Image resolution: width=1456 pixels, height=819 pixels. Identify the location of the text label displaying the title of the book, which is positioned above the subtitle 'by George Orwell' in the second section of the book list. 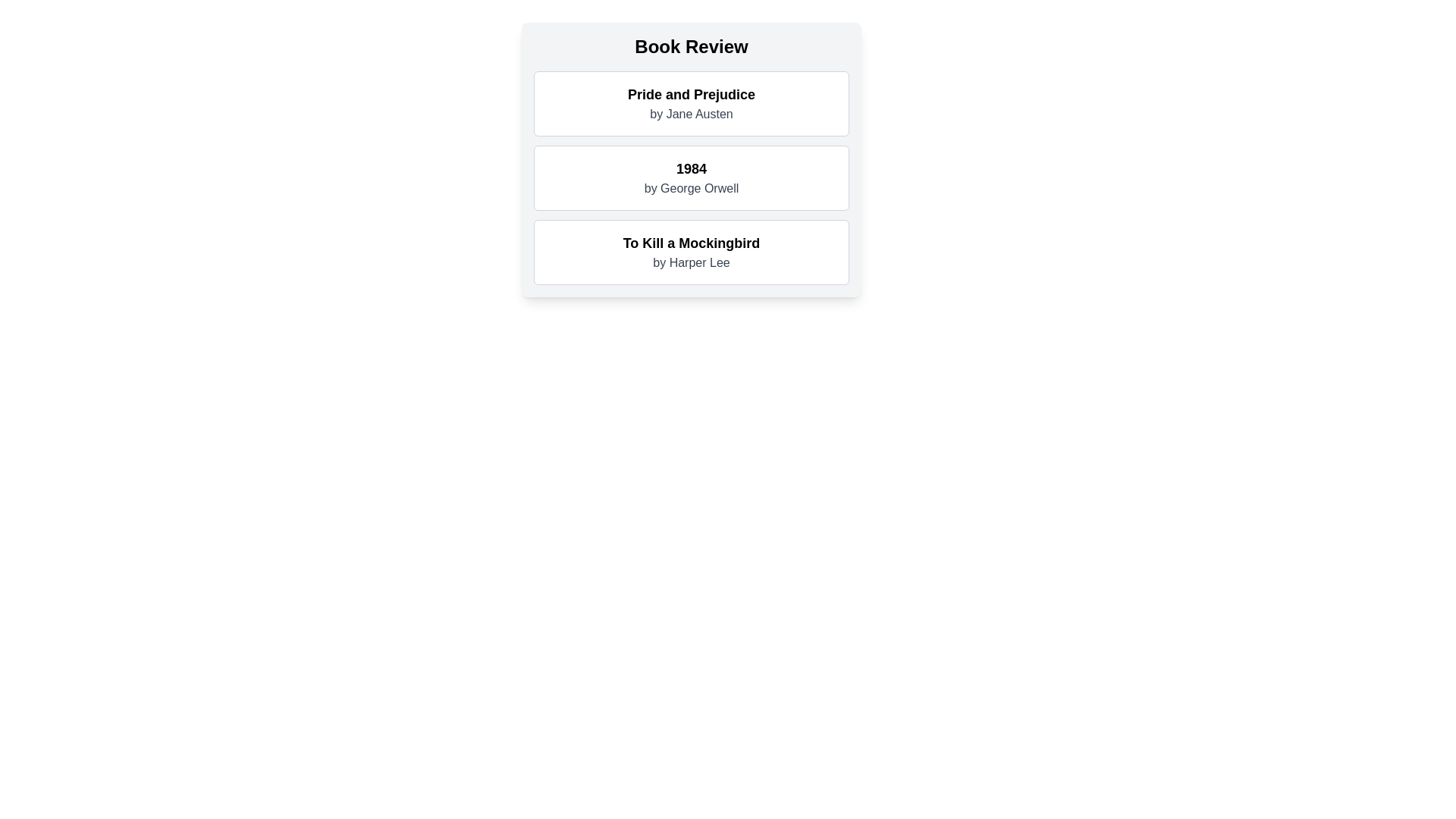
(691, 169).